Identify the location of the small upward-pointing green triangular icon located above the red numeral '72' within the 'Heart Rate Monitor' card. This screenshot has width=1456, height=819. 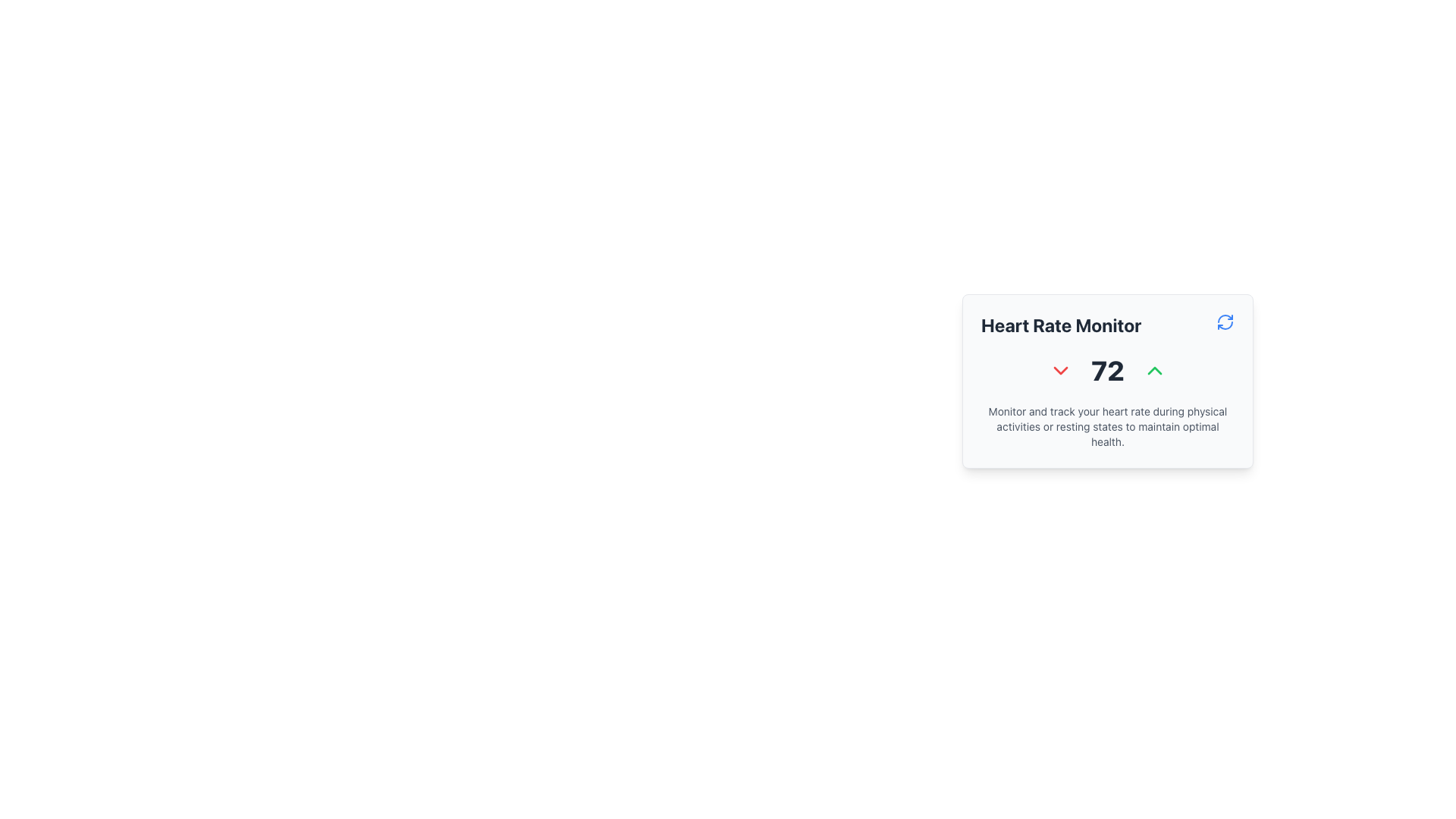
(1153, 371).